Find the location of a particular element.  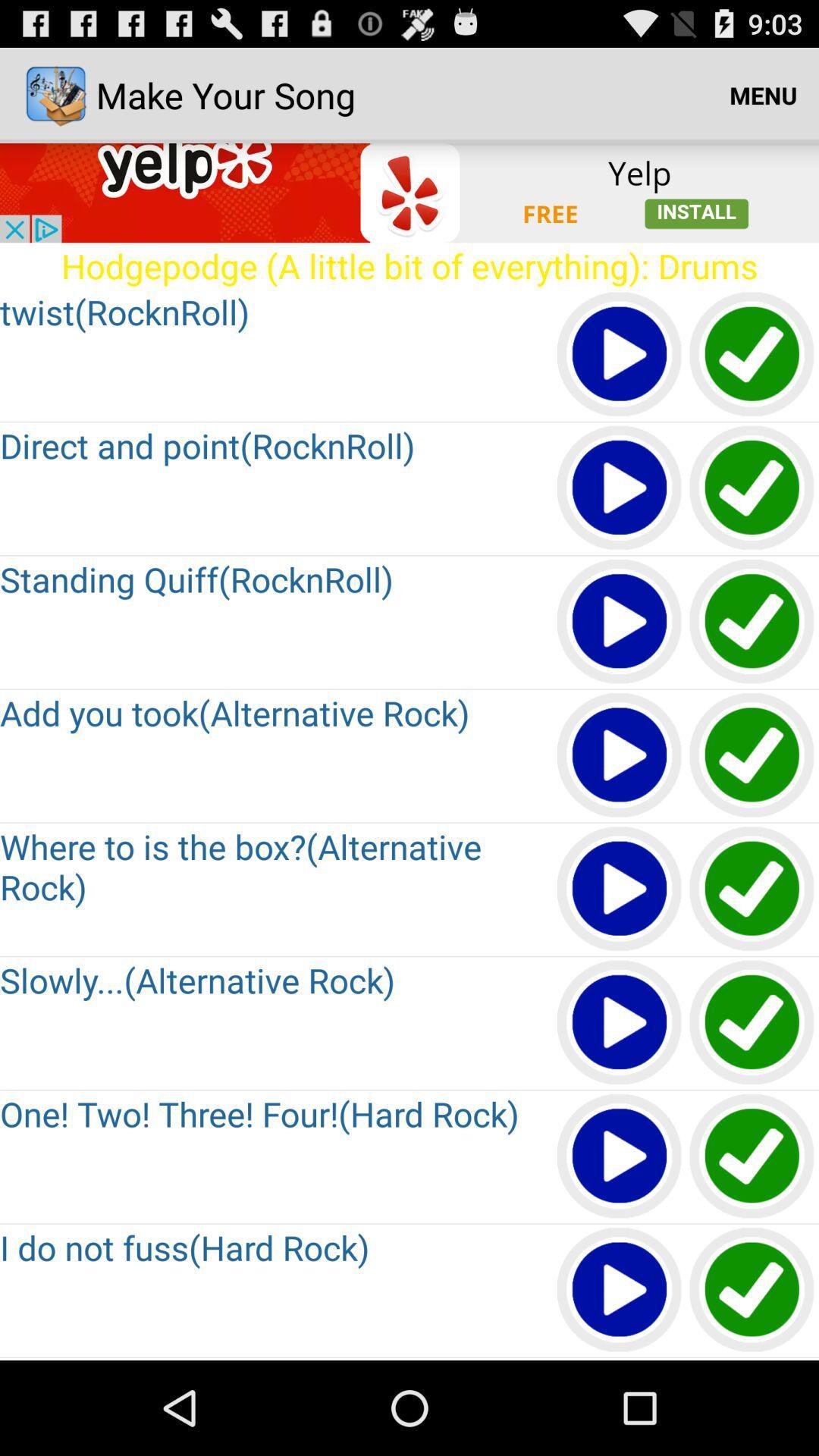

song is located at coordinates (620, 1290).